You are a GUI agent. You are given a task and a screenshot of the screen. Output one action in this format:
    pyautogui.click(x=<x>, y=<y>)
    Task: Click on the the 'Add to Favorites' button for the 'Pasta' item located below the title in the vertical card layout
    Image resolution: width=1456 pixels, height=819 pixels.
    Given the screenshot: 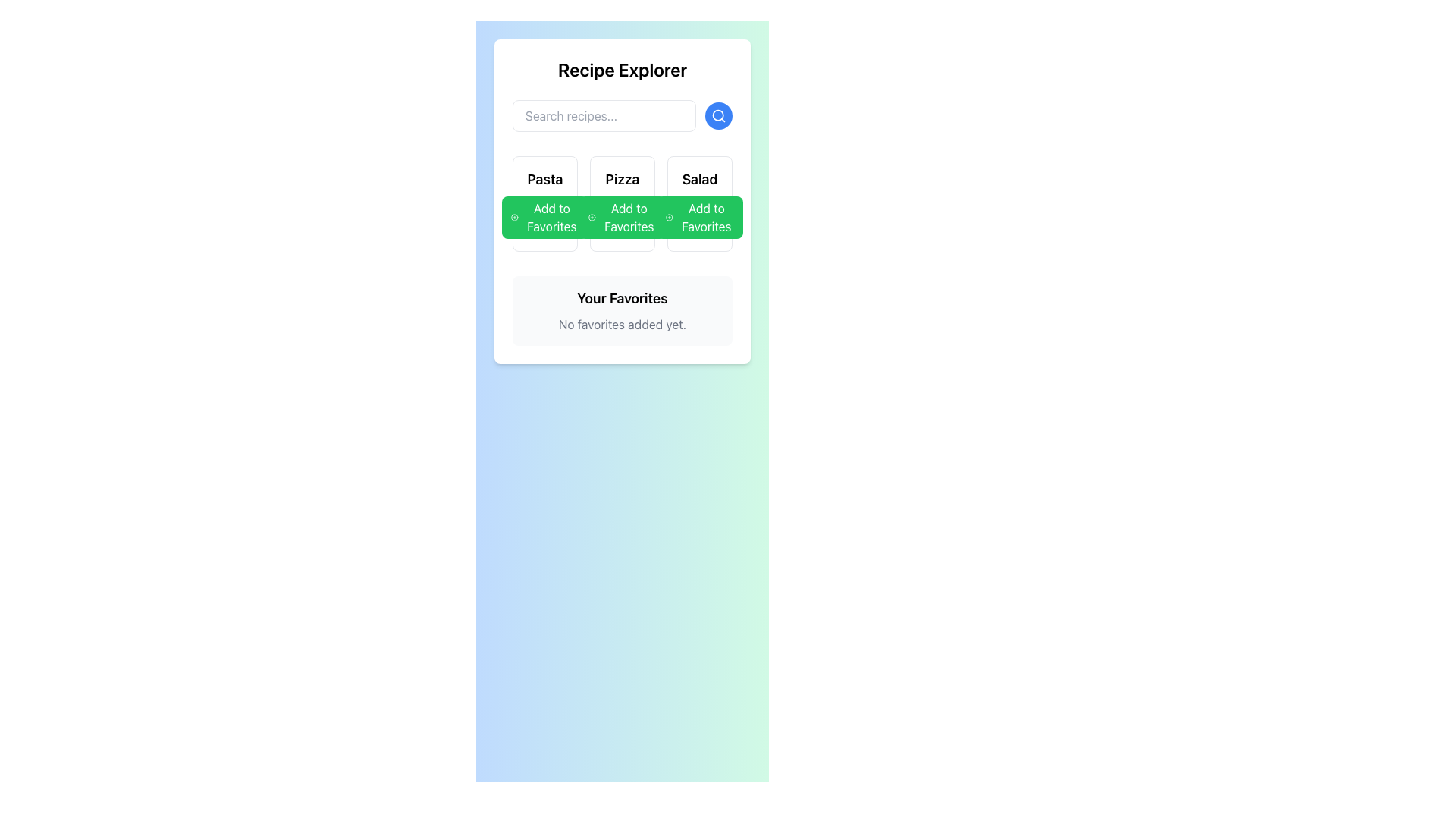 What is the action you would take?
    pyautogui.click(x=545, y=217)
    